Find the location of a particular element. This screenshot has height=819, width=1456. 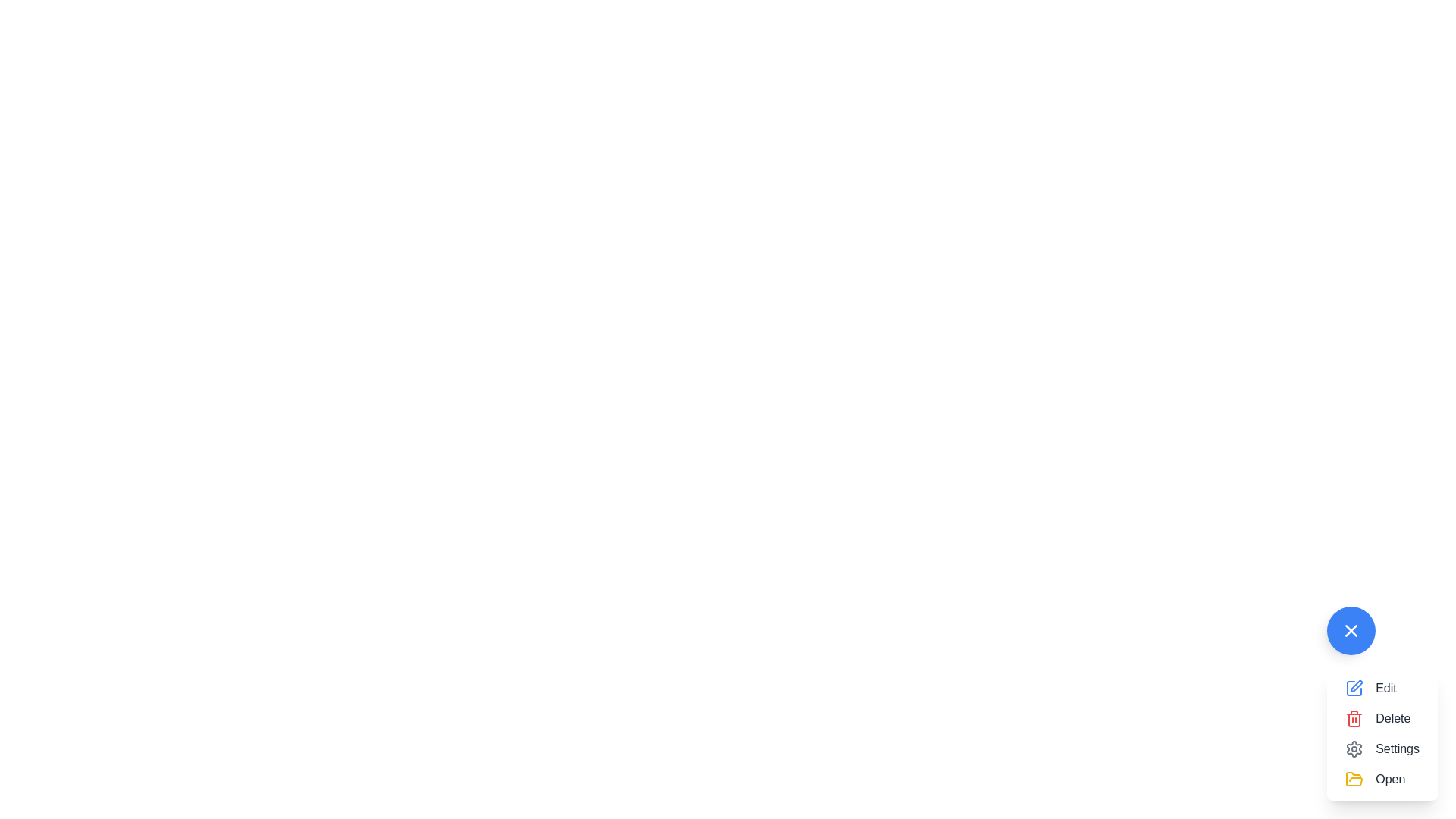

the 'Settings' button, which features a gear icon and is the third item in a vertical list of action buttons, to view context-specific options is located at coordinates (1382, 748).